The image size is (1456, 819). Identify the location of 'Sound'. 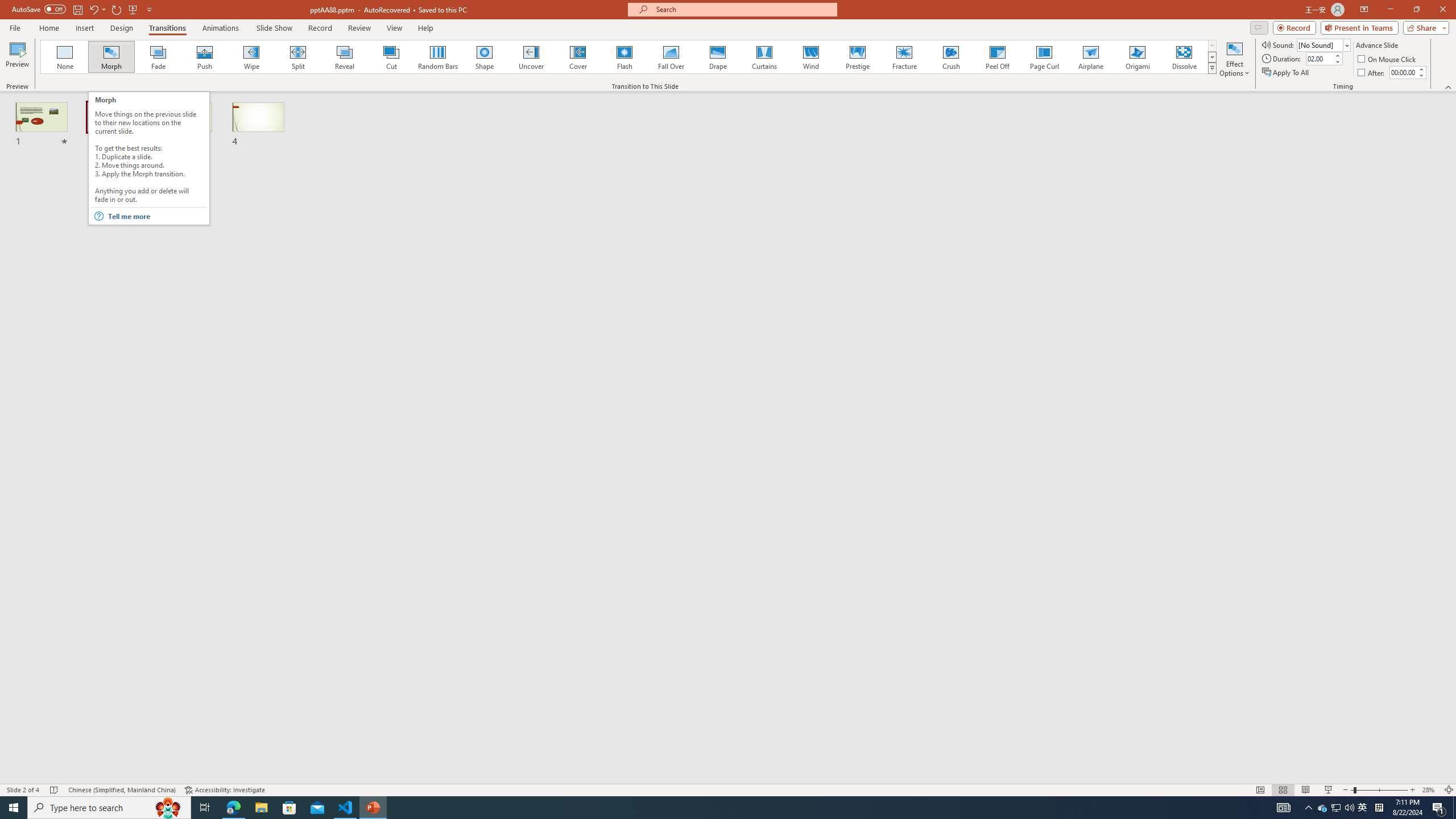
(1323, 44).